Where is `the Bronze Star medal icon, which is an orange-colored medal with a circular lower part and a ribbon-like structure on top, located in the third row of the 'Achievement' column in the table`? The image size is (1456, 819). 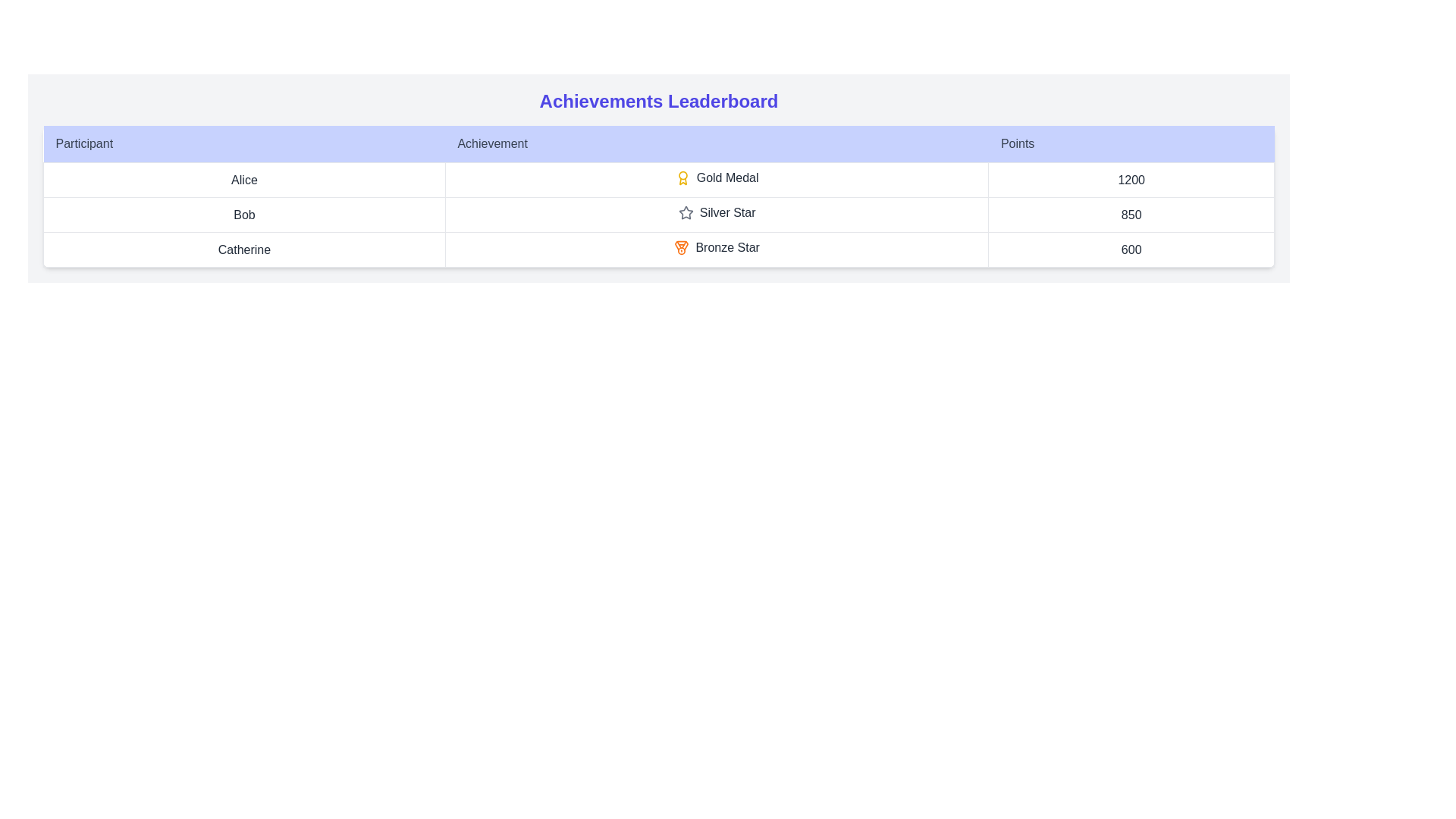
the Bronze Star medal icon, which is an orange-colored medal with a circular lower part and a ribbon-like structure on top, located in the third row of the 'Achievement' column in the table is located at coordinates (681, 247).